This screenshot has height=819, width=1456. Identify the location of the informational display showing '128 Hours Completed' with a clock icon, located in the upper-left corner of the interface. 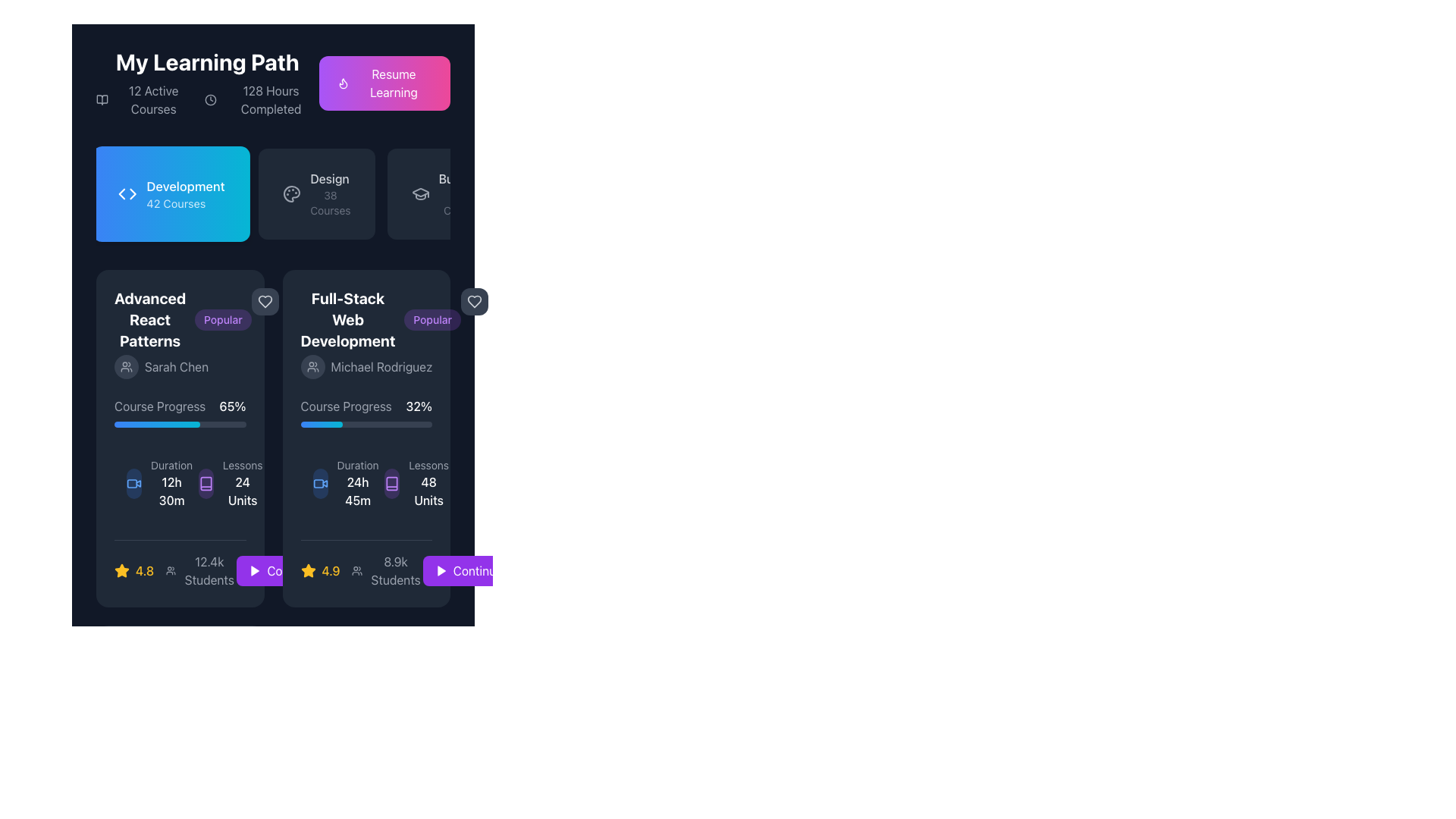
(262, 99).